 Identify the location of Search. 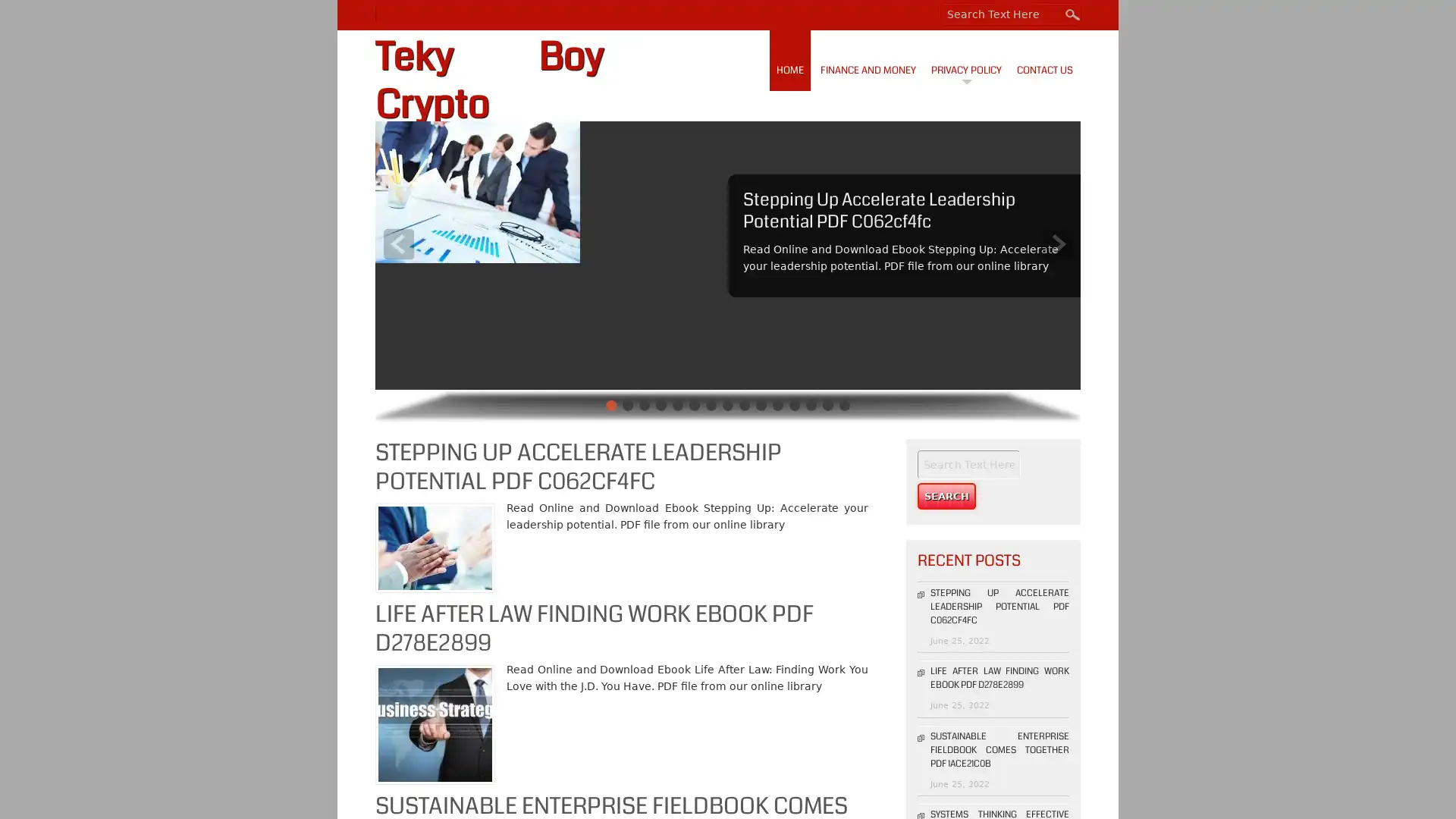
(946, 496).